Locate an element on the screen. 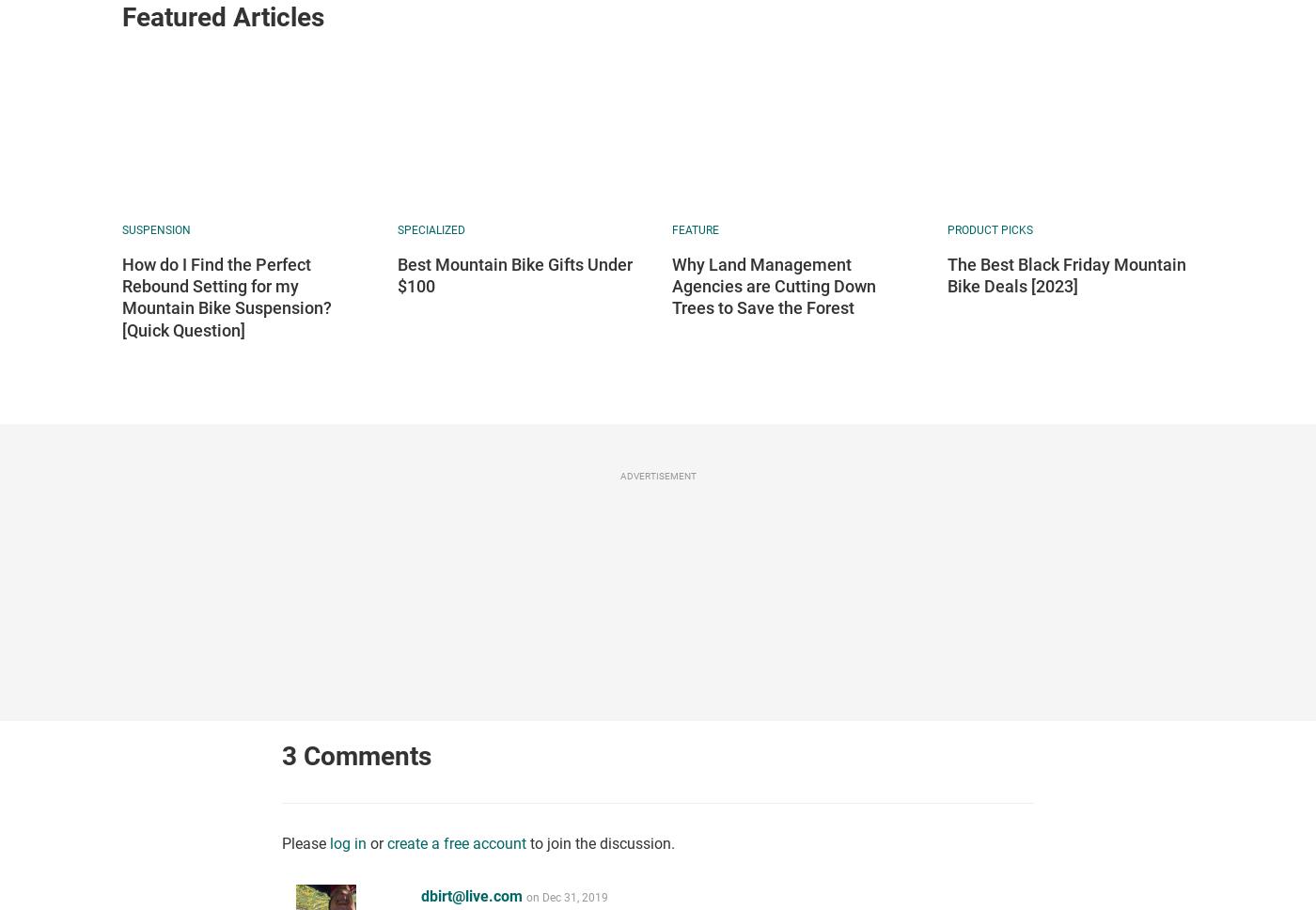 The width and height of the screenshot is (1316, 910). 'product picks' is located at coordinates (947, 229).